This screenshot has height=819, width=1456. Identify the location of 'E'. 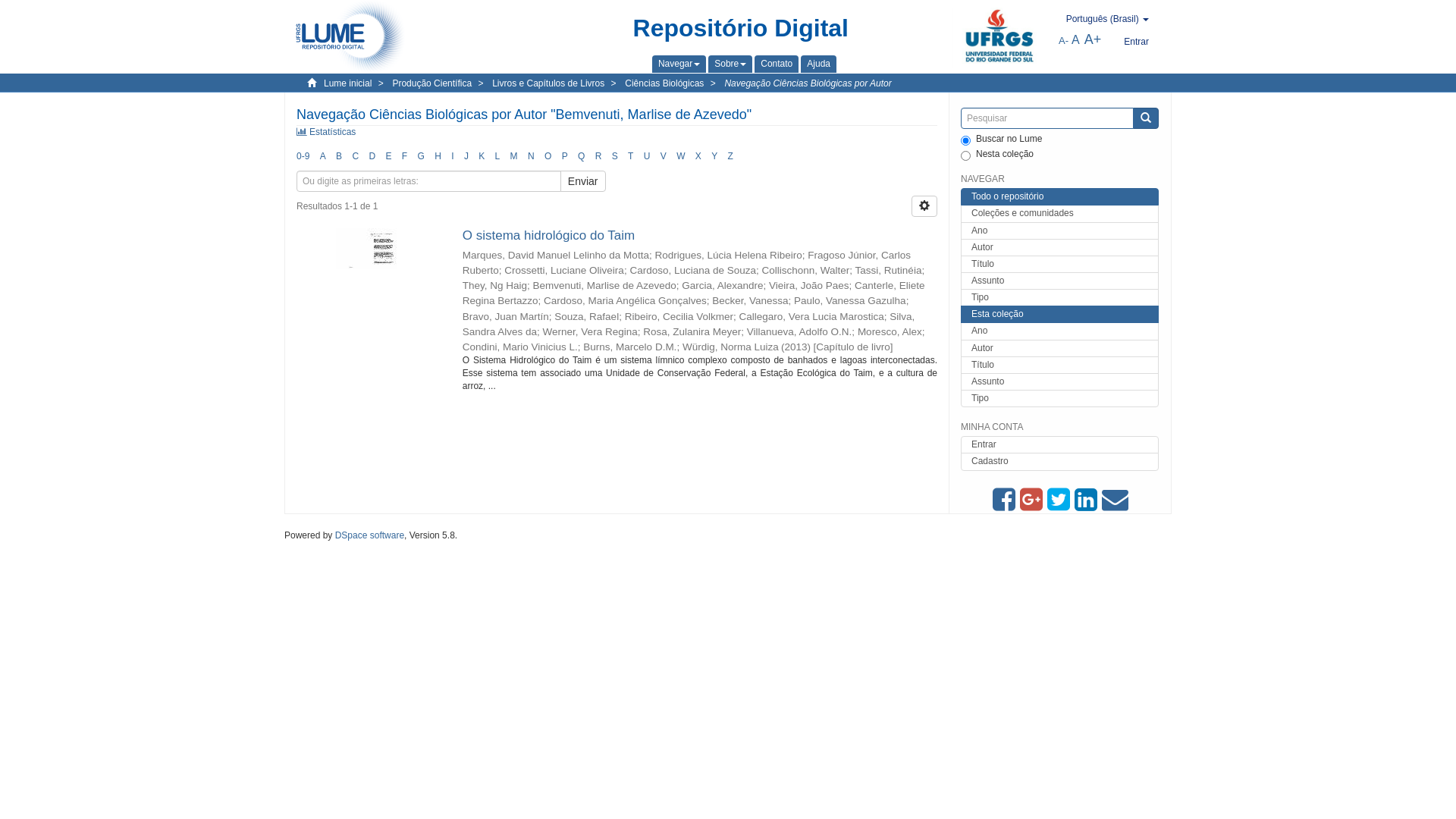
(388, 155).